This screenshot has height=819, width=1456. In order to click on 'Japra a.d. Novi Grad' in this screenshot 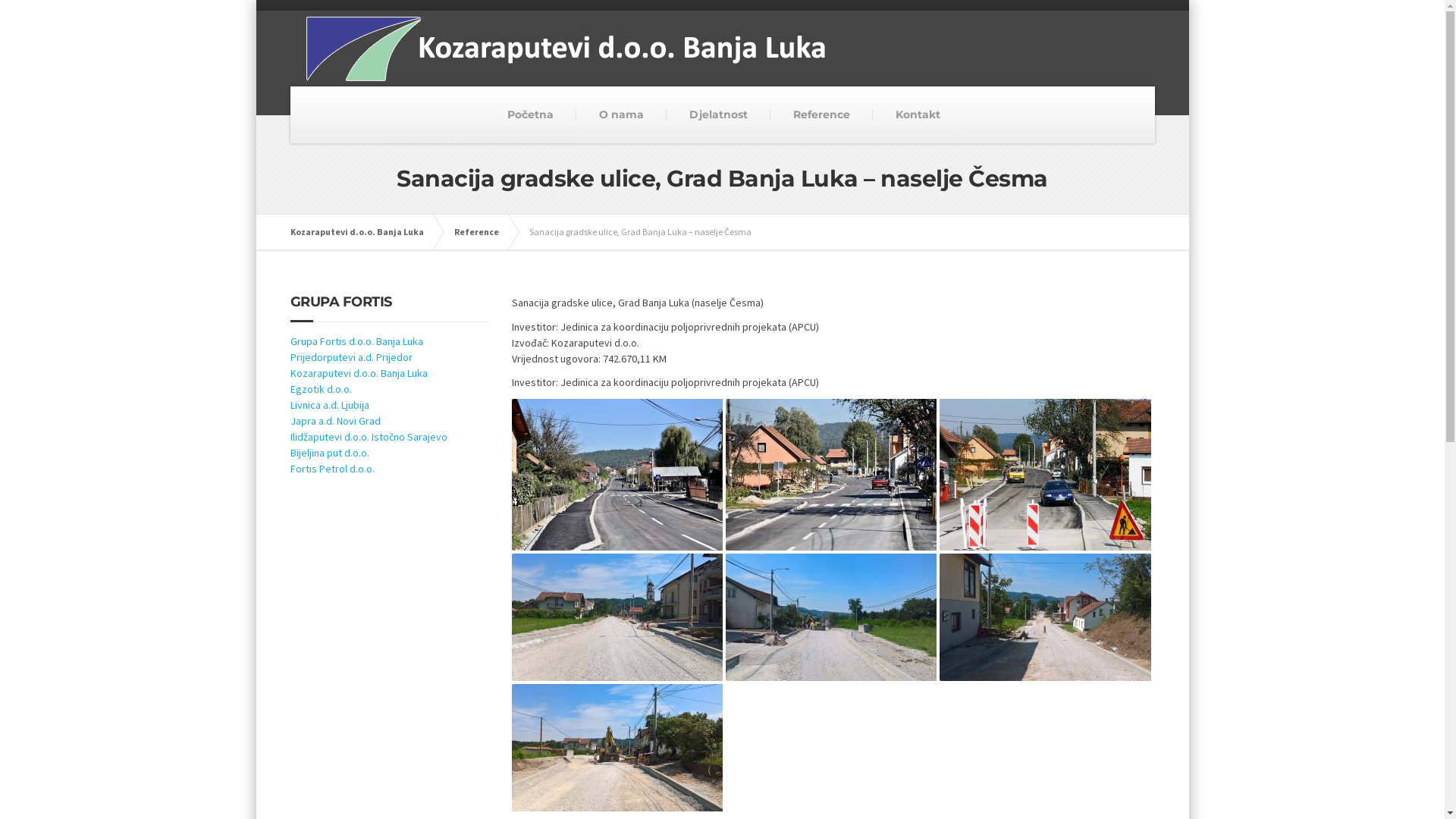, I will do `click(334, 421)`.